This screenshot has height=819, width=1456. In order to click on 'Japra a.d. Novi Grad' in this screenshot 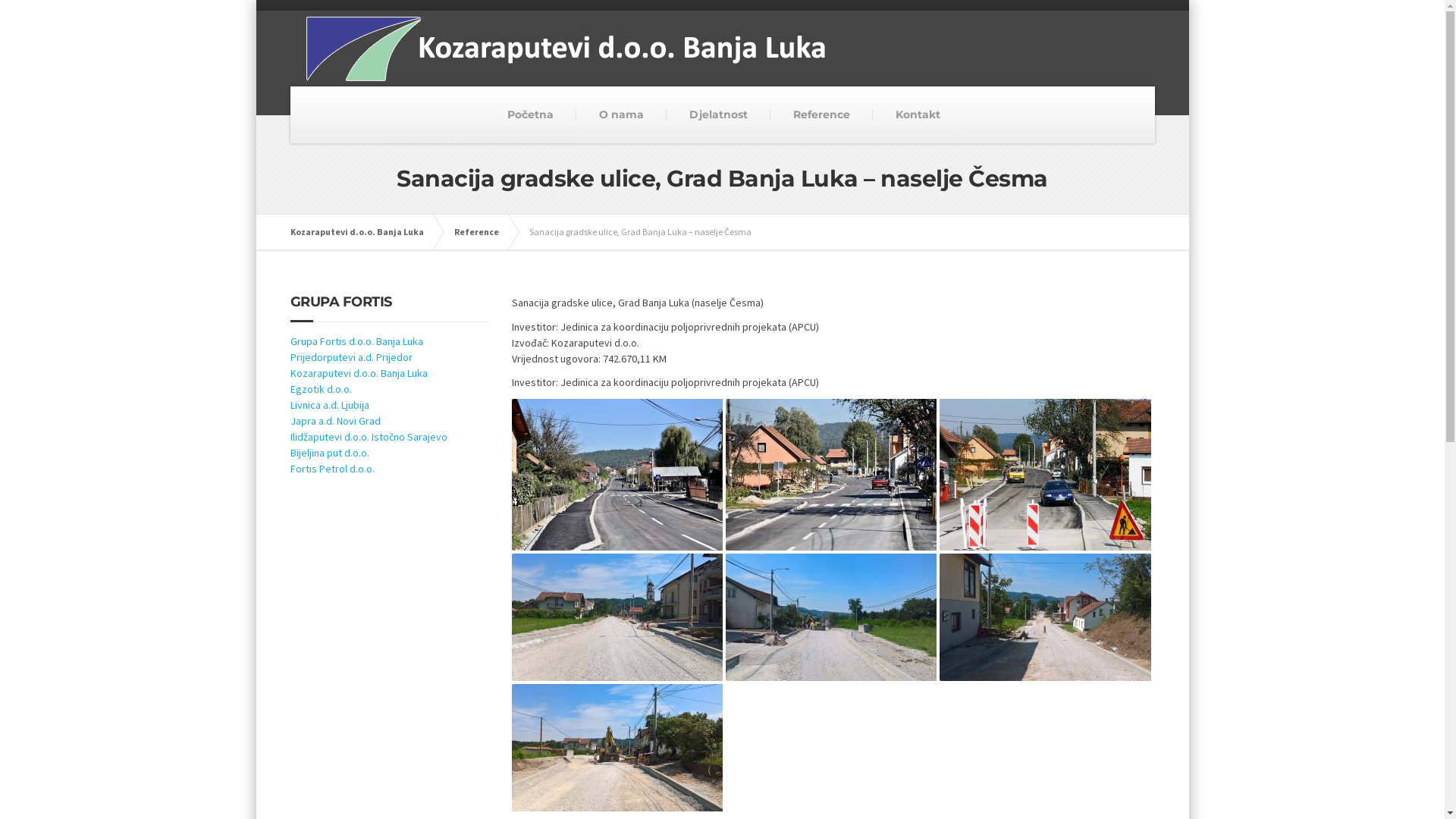, I will do `click(334, 421)`.